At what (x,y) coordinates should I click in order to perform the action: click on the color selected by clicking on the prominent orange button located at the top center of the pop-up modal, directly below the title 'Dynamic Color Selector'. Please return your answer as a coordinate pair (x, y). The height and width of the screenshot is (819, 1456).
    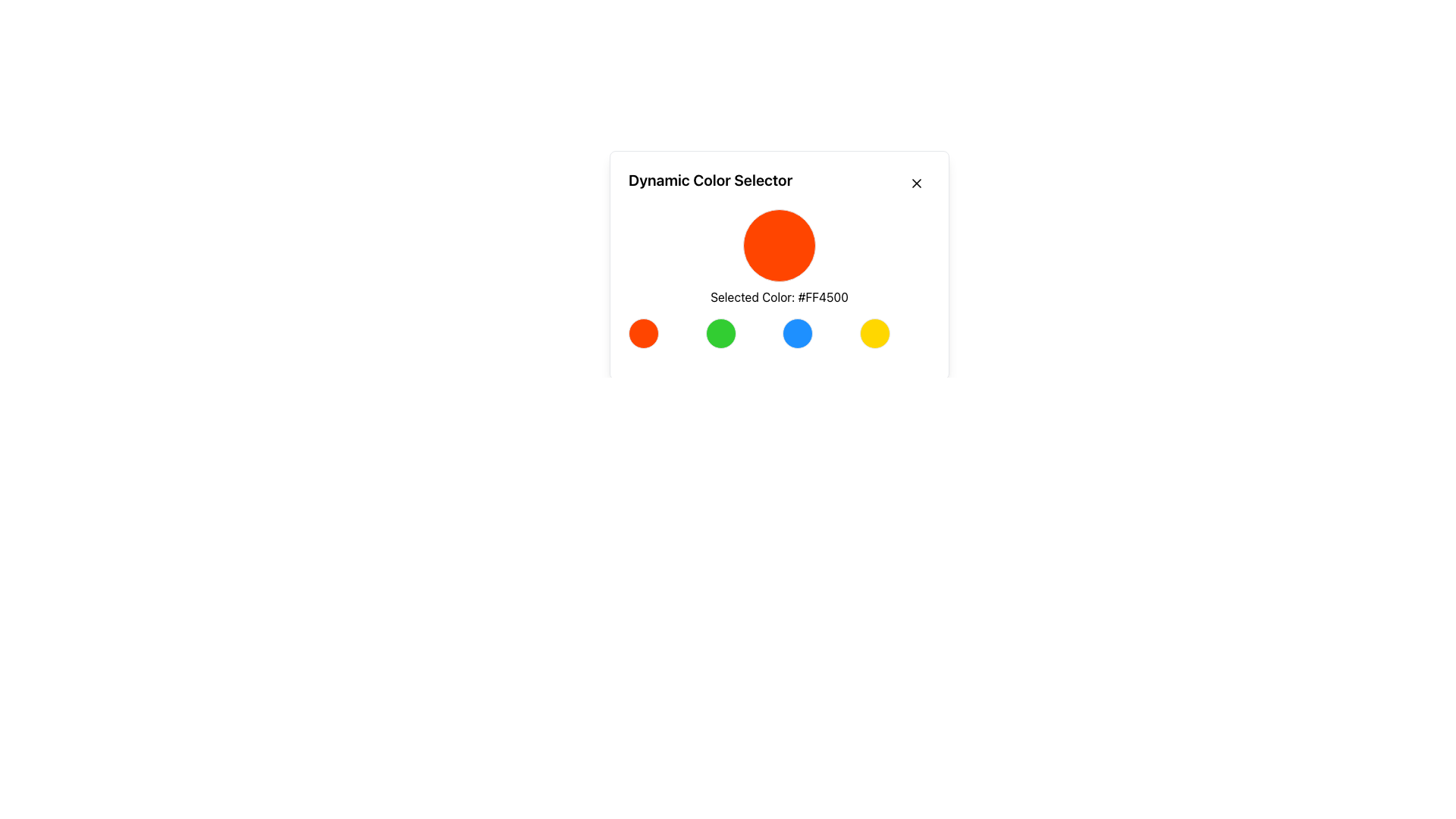
    Looking at the image, I should click on (779, 265).